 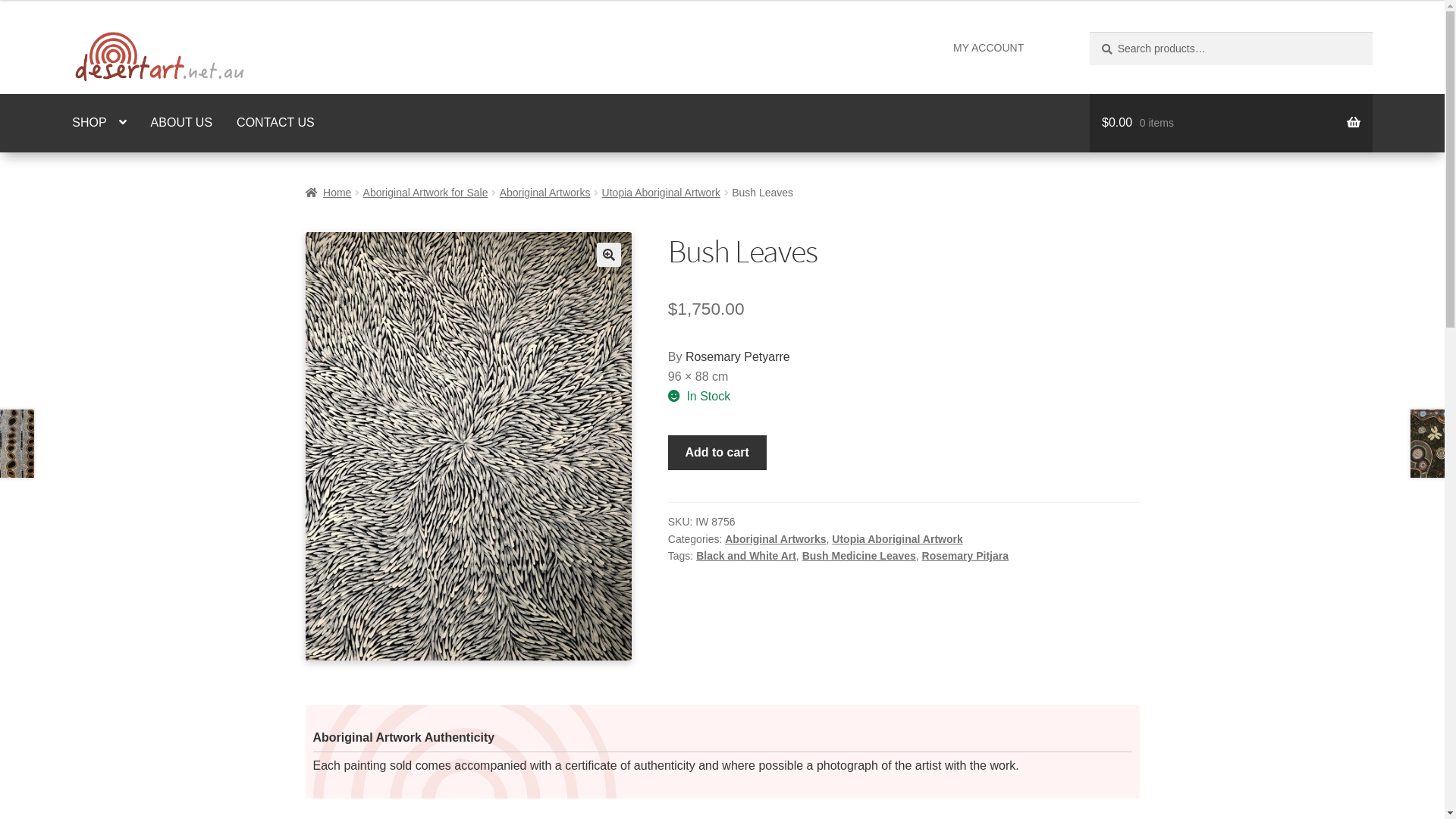 What do you see at coordinates (943, 46) in the screenshot?
I see `'MY ACCOUNT'` at bounding box center [943, 46].